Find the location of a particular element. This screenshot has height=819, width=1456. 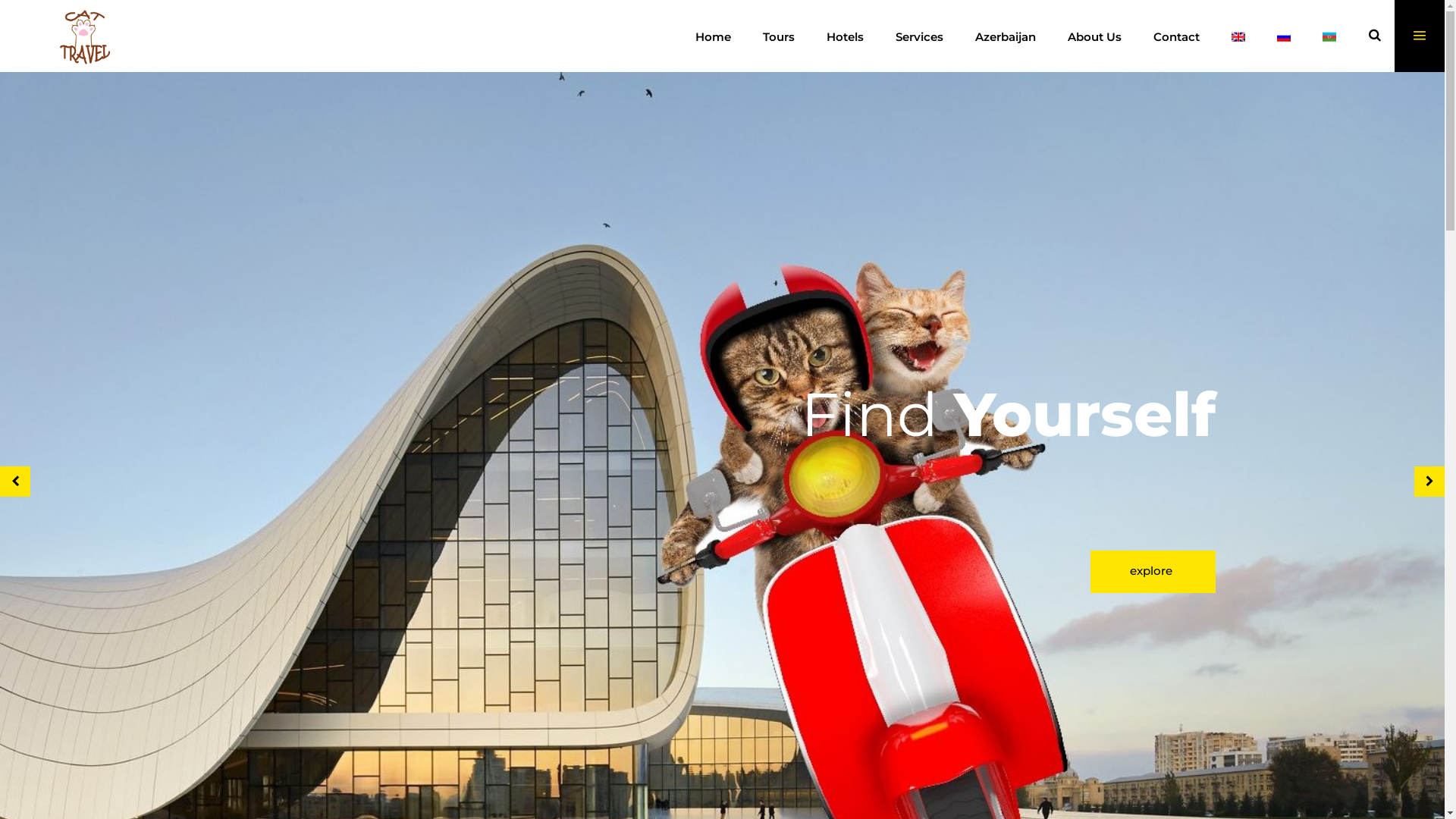

'Tours' is located at coordinates (779, 35).